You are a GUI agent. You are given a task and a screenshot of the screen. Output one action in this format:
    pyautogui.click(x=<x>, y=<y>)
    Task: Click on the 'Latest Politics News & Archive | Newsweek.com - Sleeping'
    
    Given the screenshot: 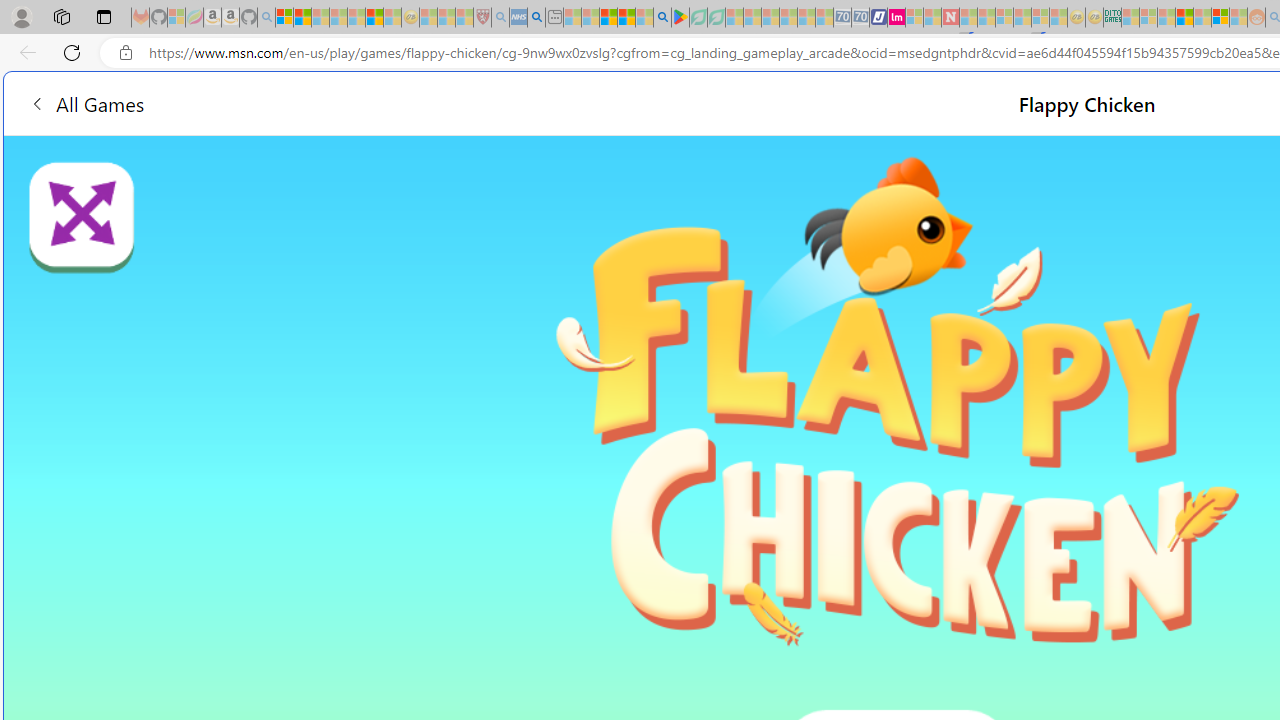 What is the action you would take?
    pyautogui.click(x=949, y=17)
    